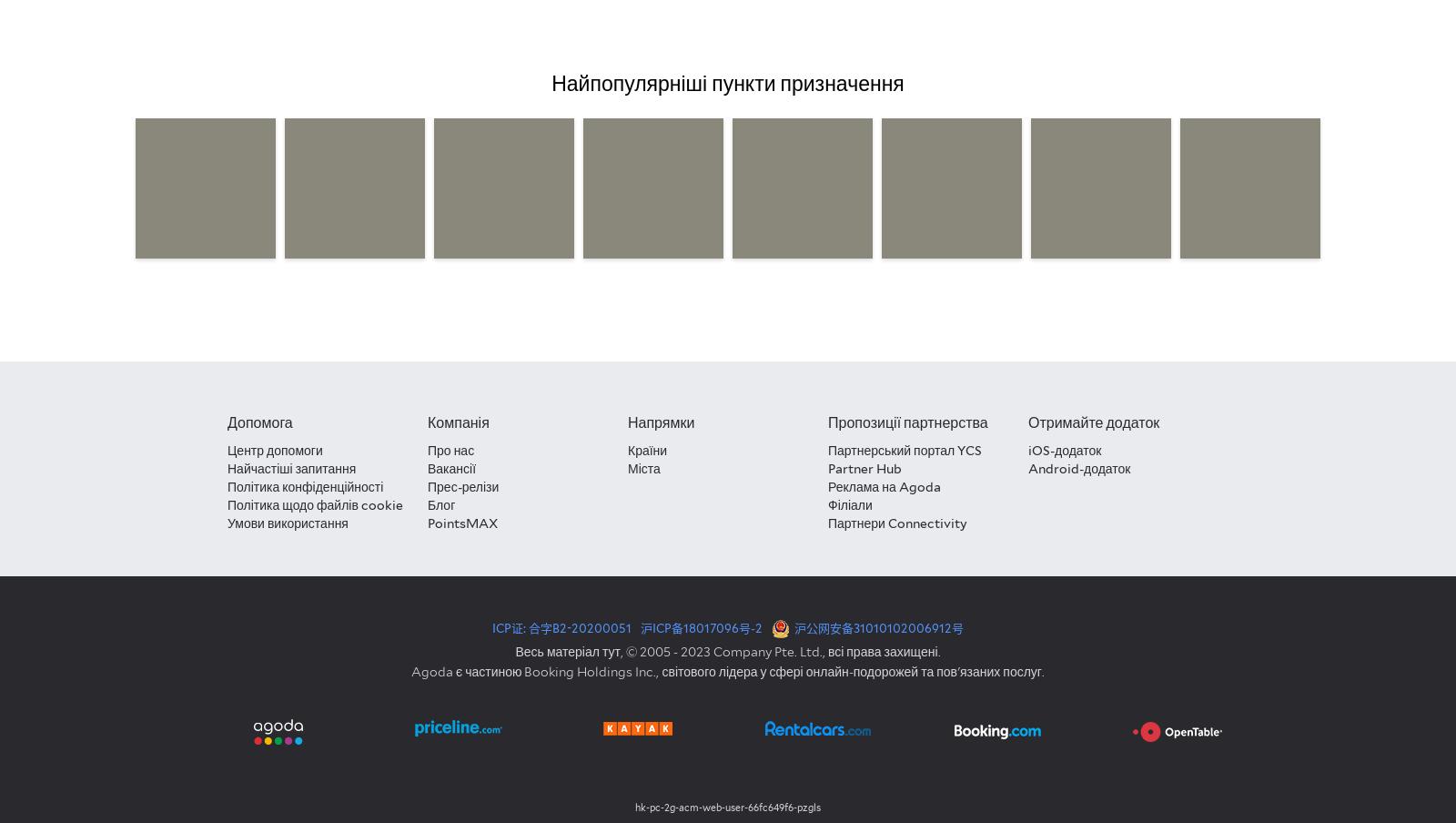 This screenshot has height=823, width=1456. I want to click on 'Agoda є частиною Booking Holdings Inc., світового лідера у сфері онлайн-подорожей та пов'язаних послуг.', so click(727, 671).